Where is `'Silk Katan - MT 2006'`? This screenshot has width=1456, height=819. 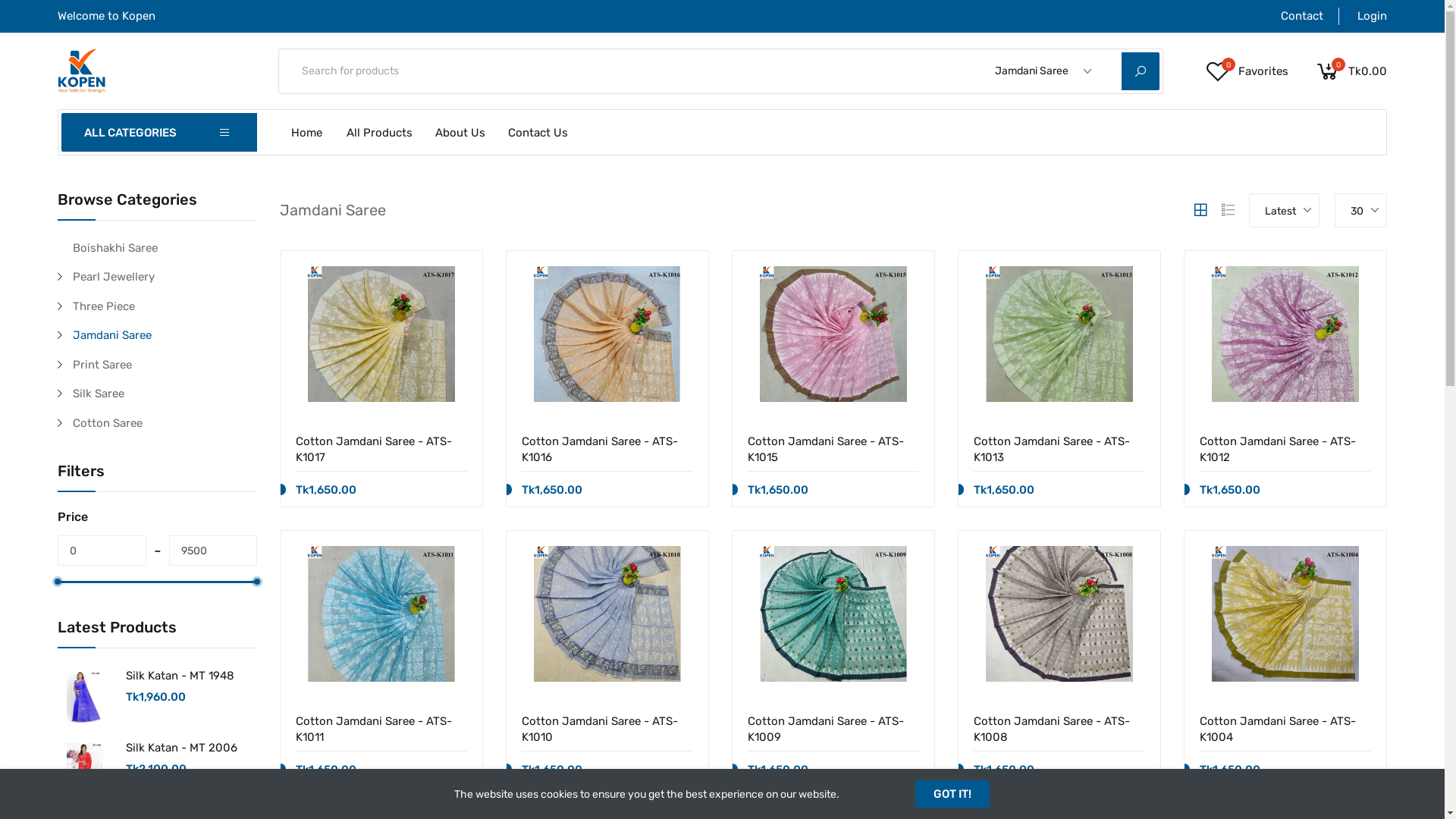 'Silk Katan - MT 2006' is located at coordinates (181, 747).